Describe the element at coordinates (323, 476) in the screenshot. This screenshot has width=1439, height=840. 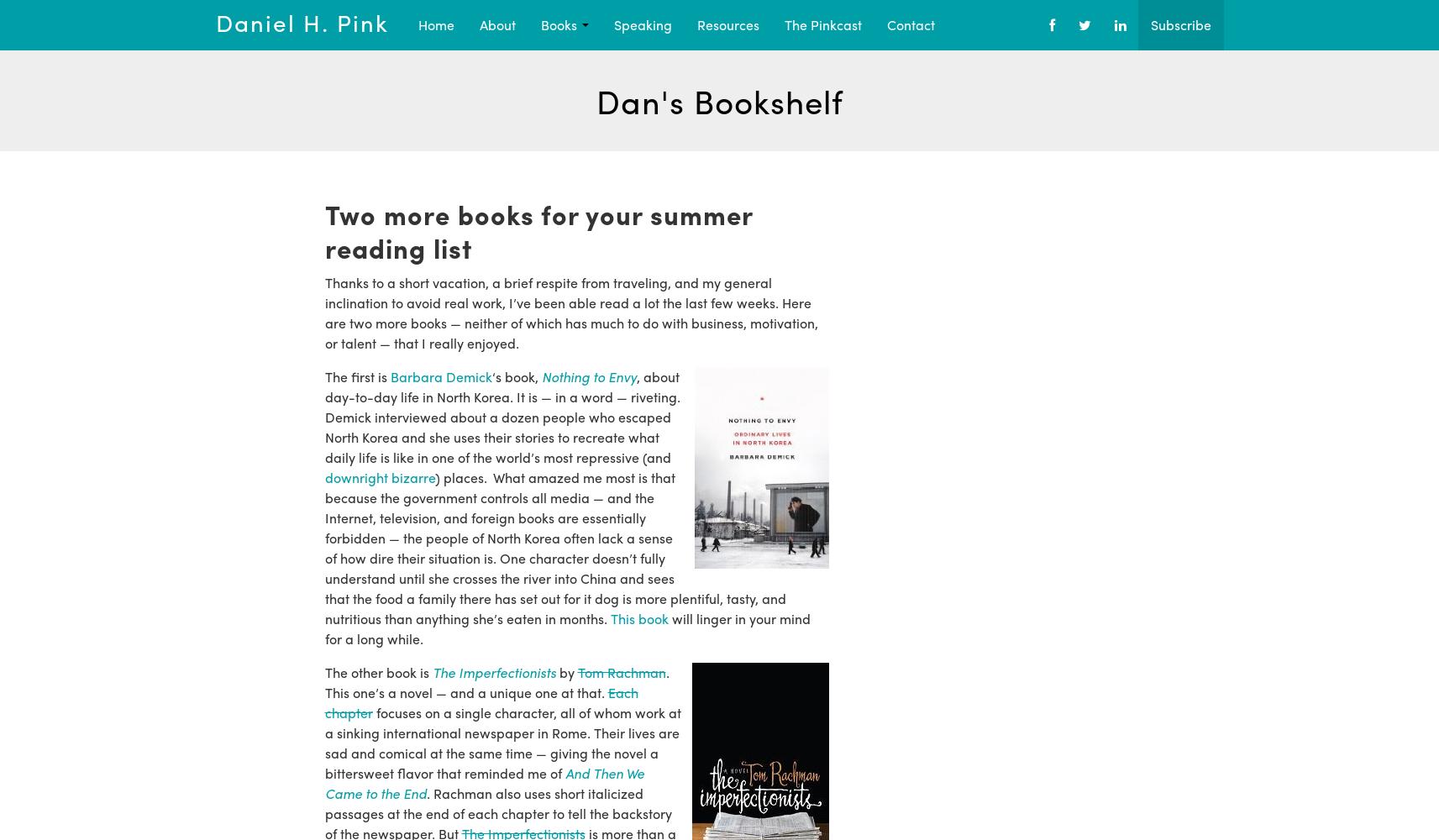
I see `'downright bizarre'` at that location.